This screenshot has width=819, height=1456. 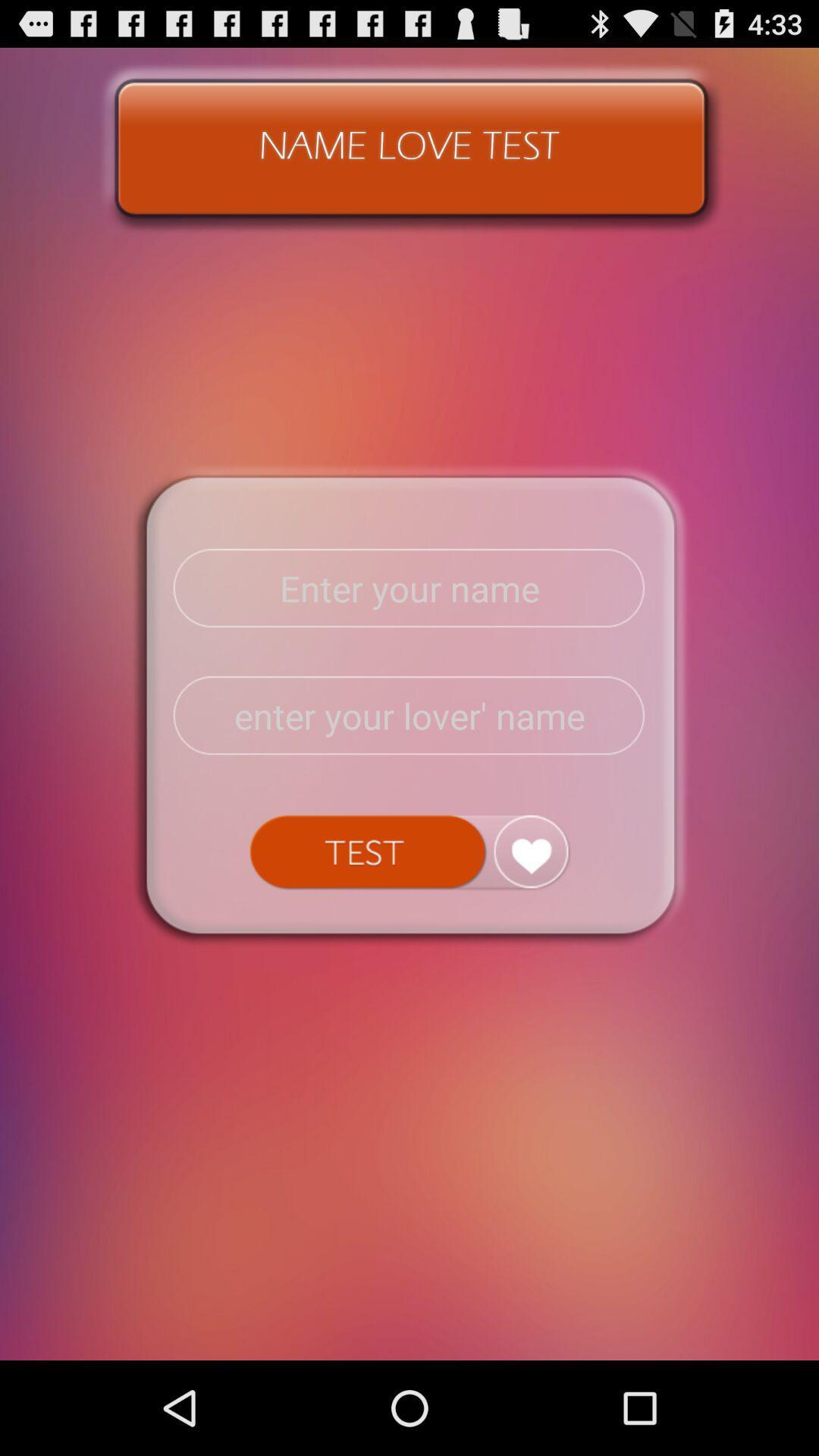 I want to click on name of lover, so click(x=409, y=715).